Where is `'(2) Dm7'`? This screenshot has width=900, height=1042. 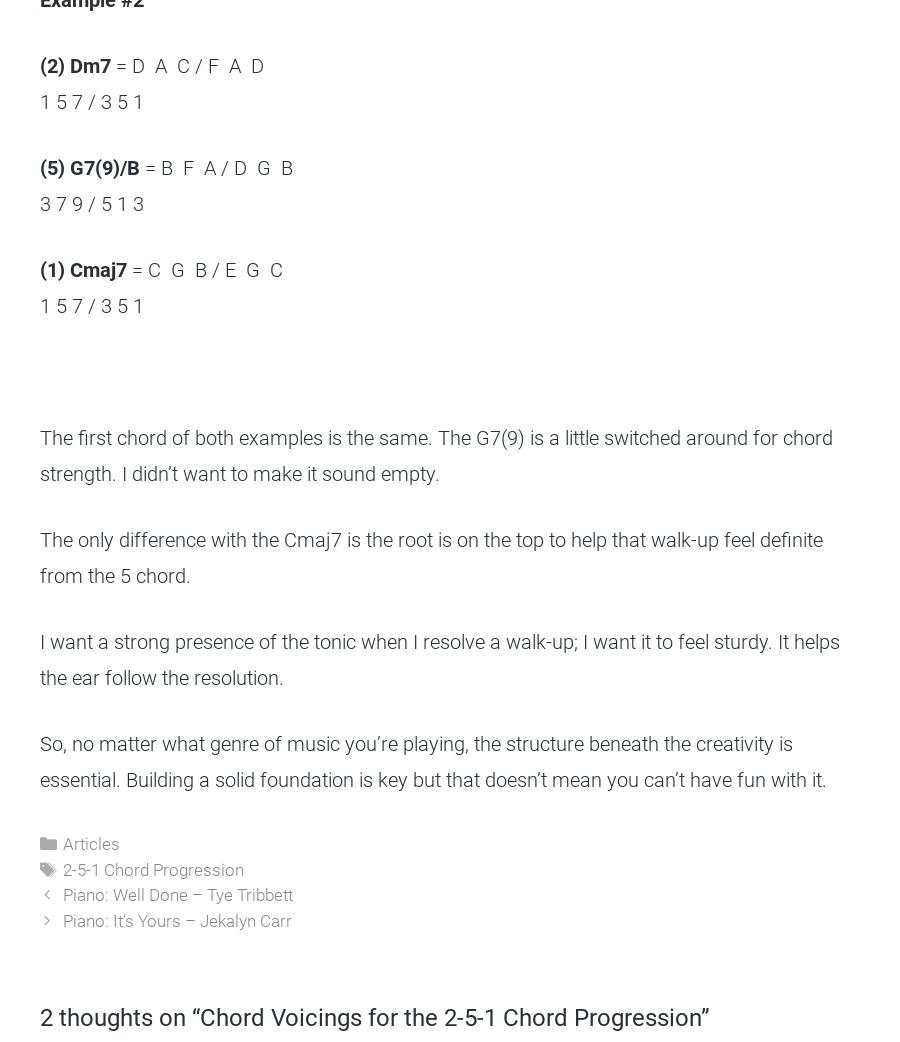 '(2) Dm7' is located at coordinates (38, 64).